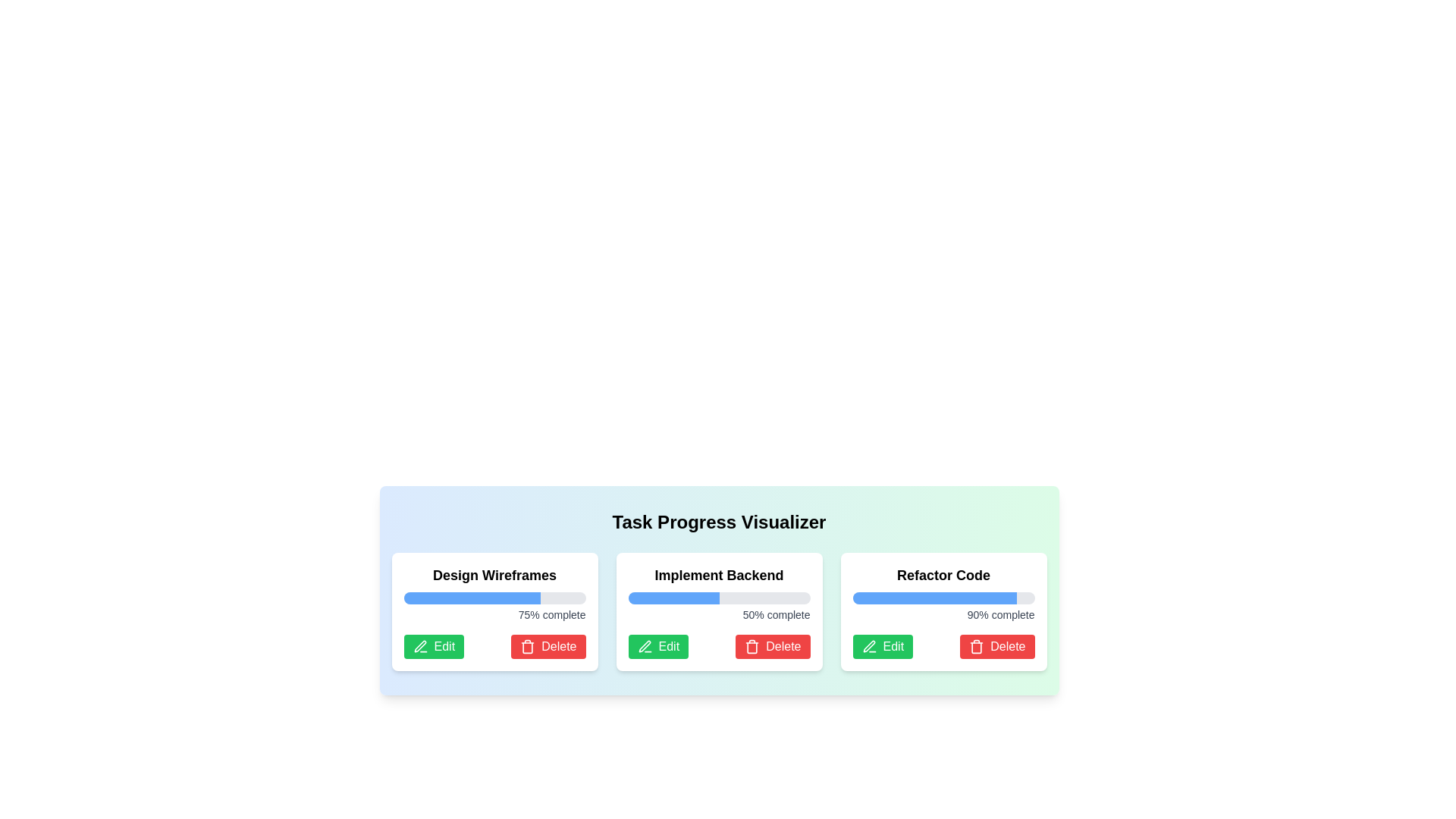  I want to click on the red 'Delete' button with rounded corners, which features a trash bin icon and is located at the bottom-right of the 'Implement Backend' card, so click(773, 646).